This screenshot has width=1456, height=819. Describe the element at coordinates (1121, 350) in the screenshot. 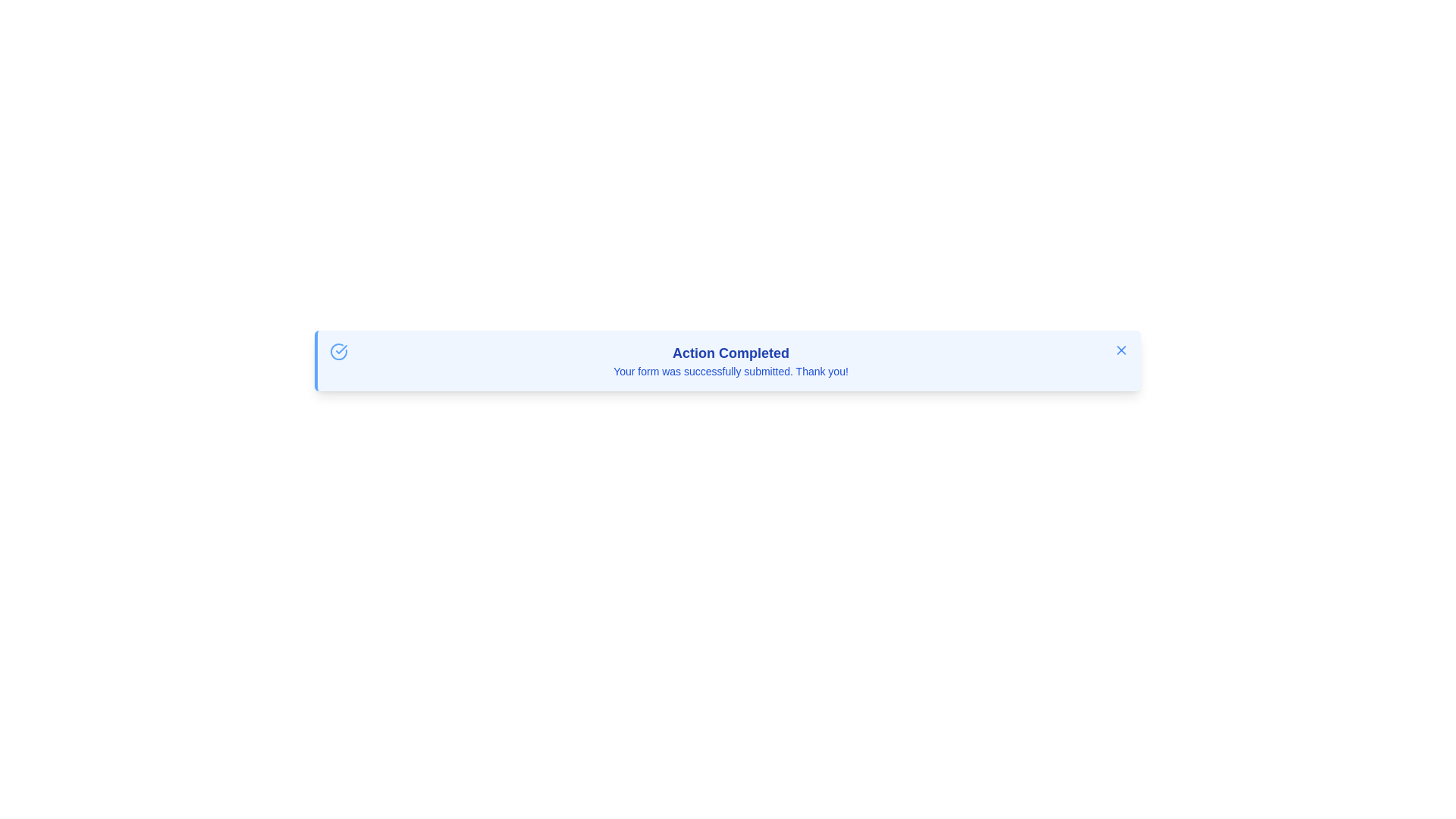

I see `the Close/Dismiss icon located in the top-right corner of the light blue notification box` at that location.